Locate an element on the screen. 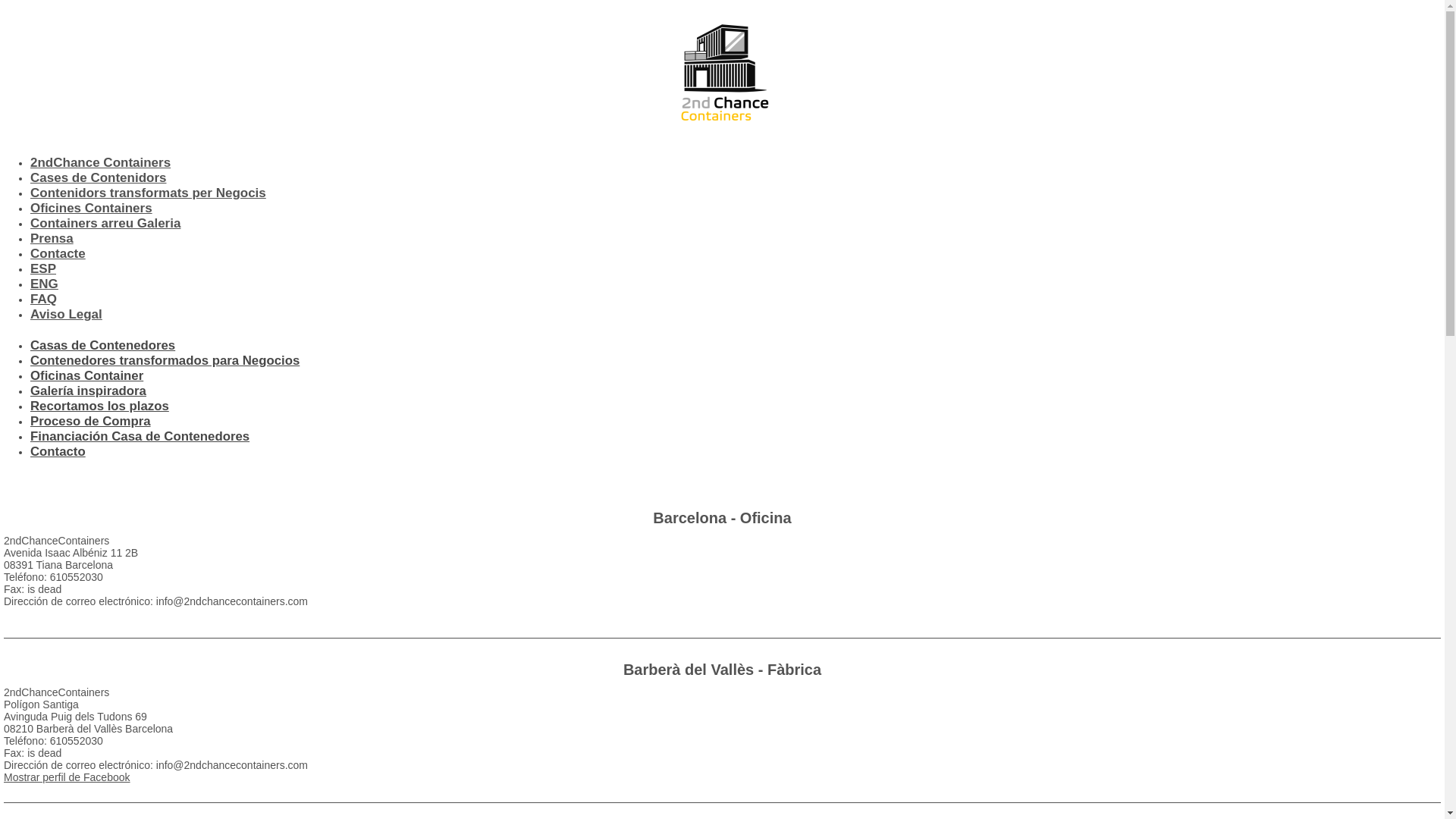  'Mostrar perfil de Facebook' is located at coordinates (66, 777).